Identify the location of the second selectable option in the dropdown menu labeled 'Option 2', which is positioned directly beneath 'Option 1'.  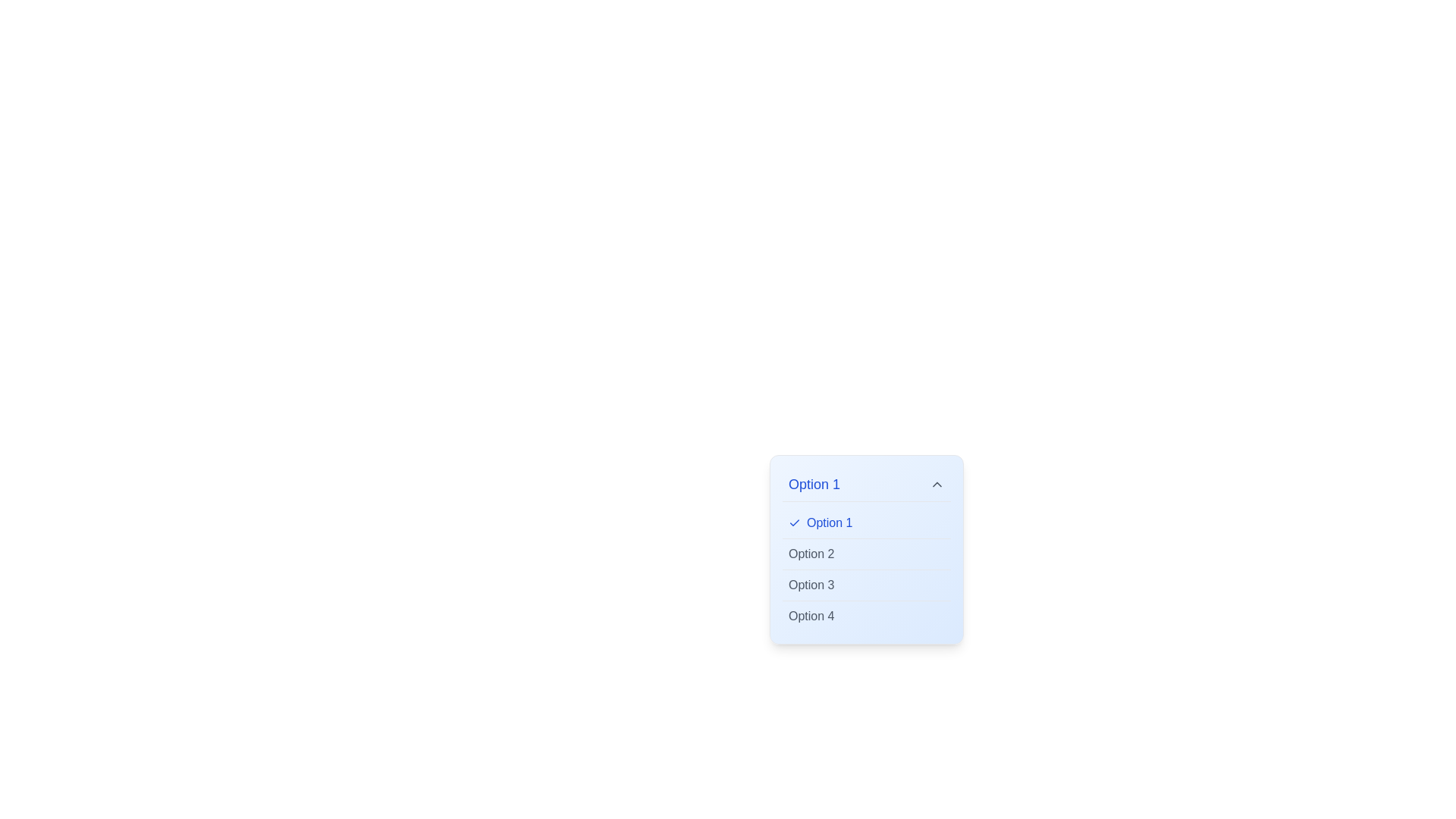
(866, 550).